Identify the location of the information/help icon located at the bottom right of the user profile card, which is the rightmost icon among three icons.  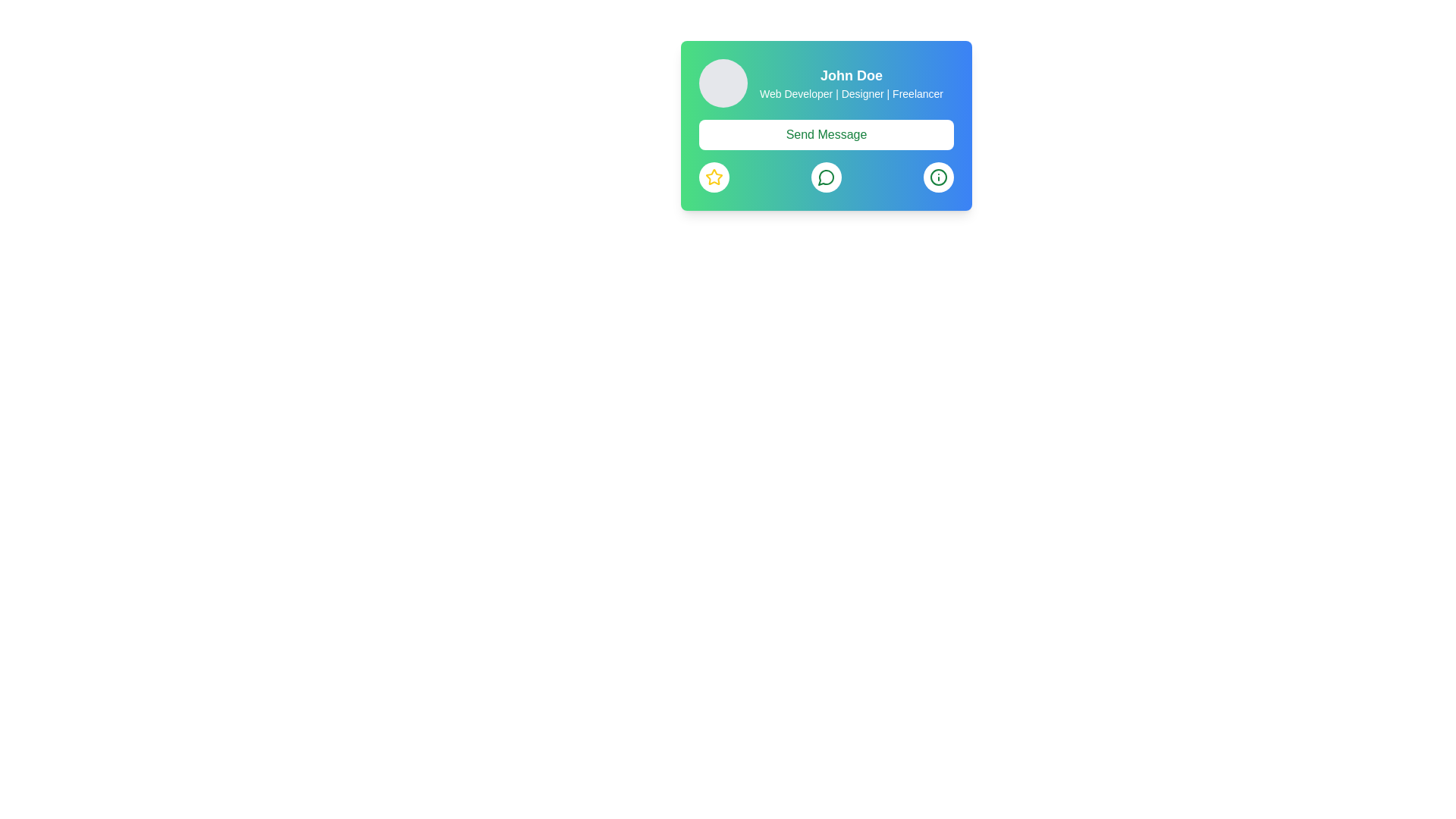
(938, 177).